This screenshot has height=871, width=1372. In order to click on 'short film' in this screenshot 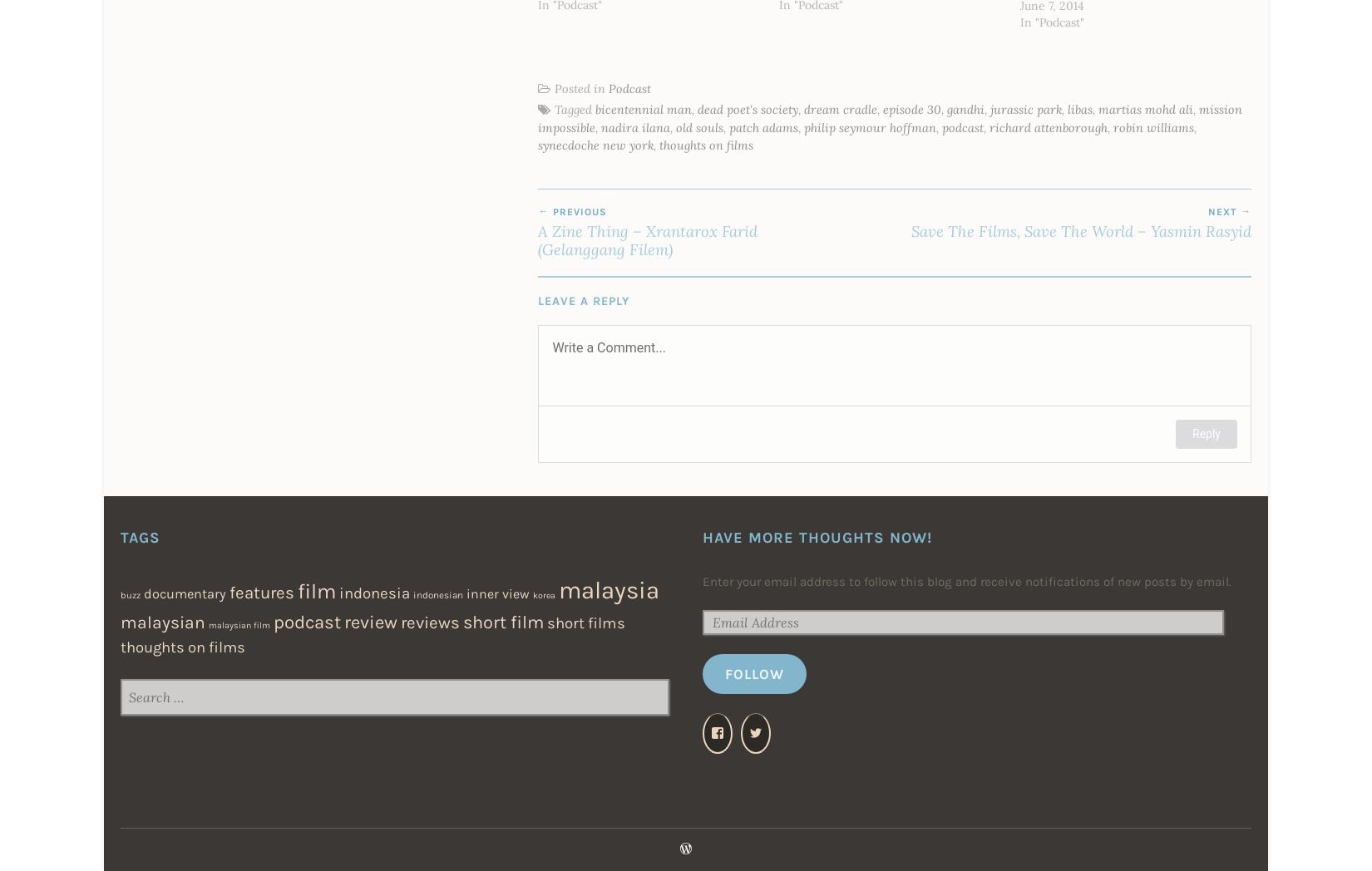, I will do `click(462, 621)`.